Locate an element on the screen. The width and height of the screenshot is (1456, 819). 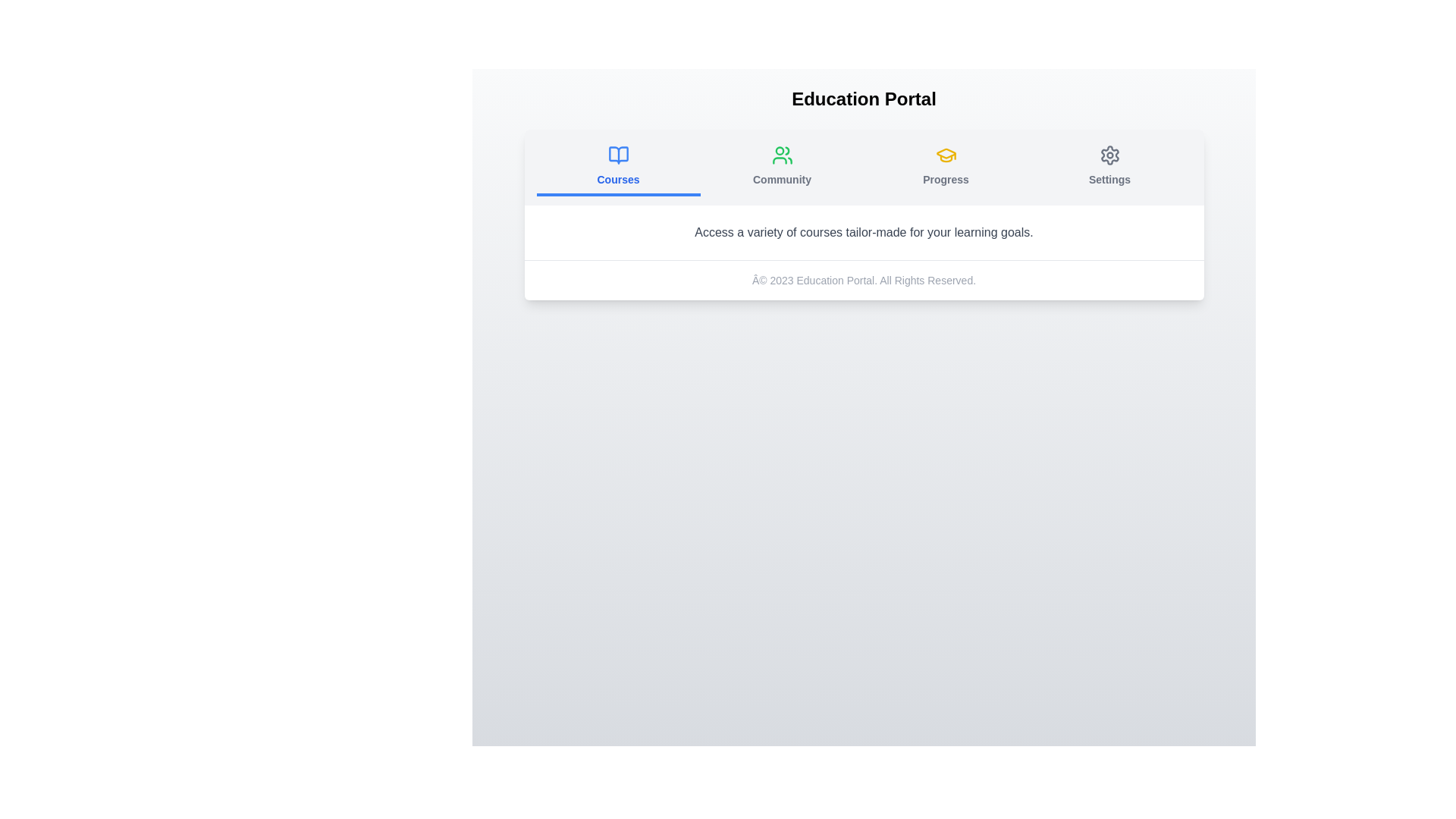
the 'Progress' text label located below the graduation cap icon and to the left of the 'Community' label is located at coordinates (945, 178).